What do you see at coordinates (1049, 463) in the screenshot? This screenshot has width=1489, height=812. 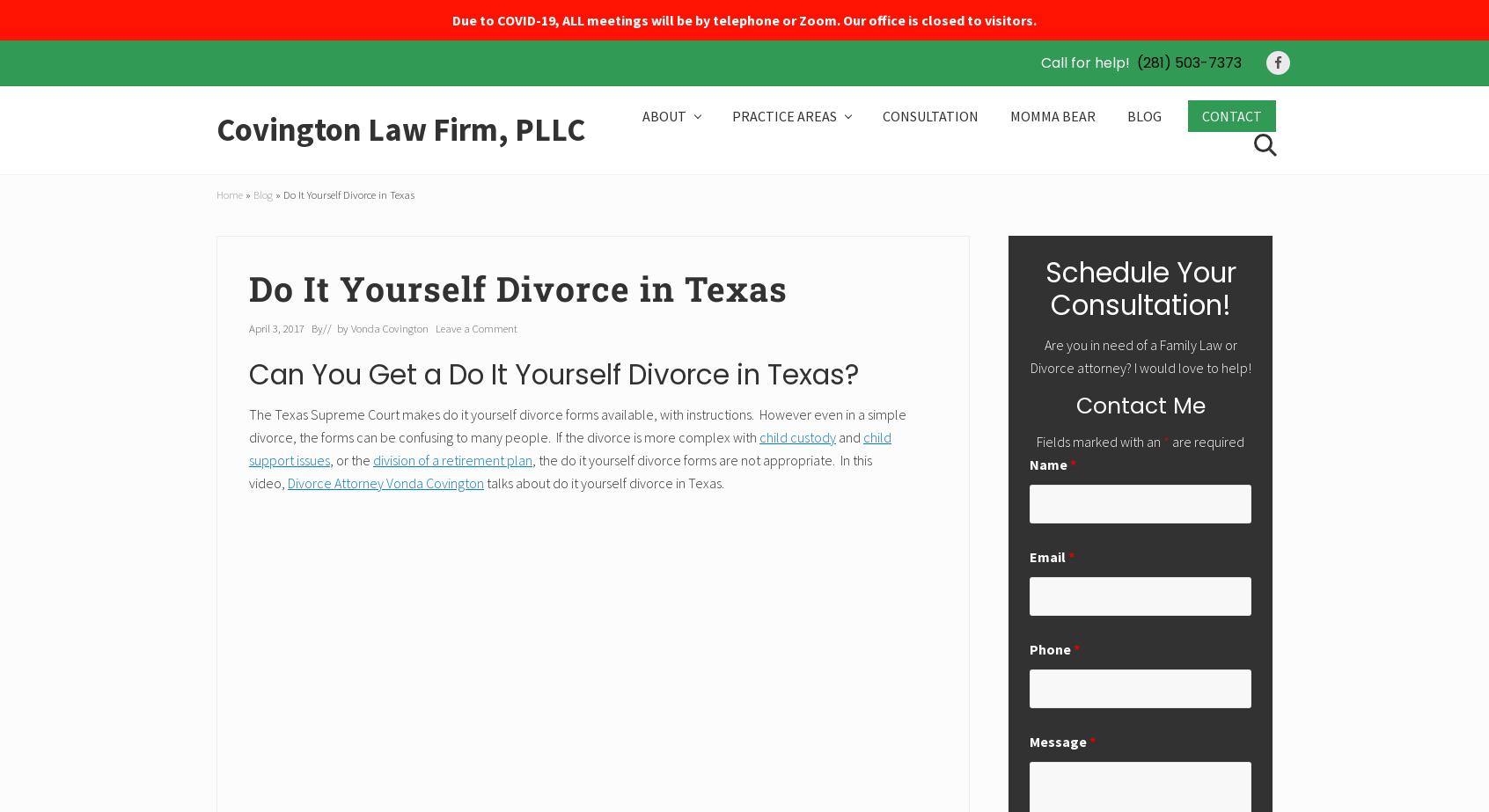 I see `'Name'` at bounding box center [1049, 463].